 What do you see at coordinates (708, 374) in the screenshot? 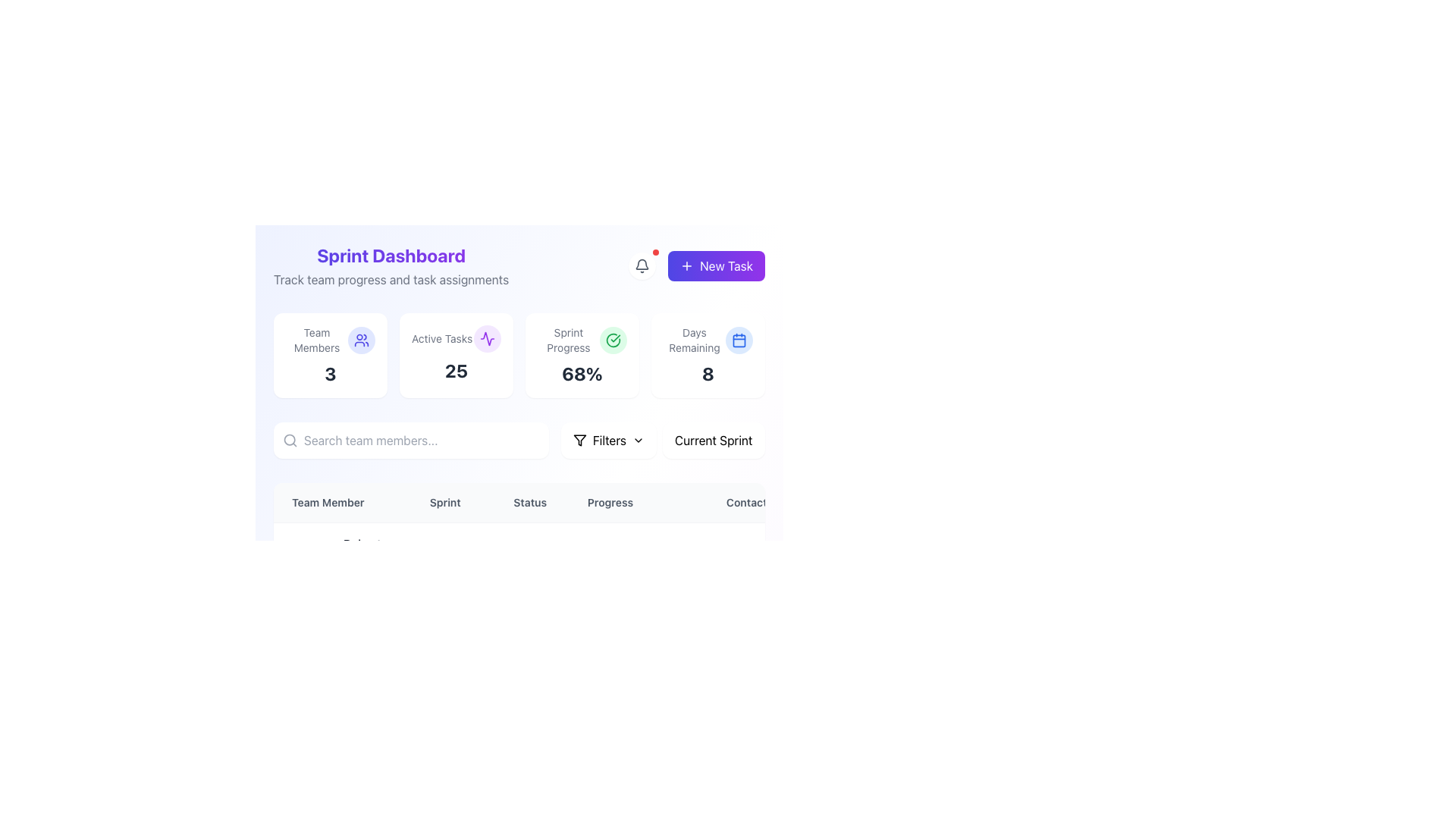
I see `the bold numeral '8' displayed in a large font size and dark gray color, which is positioned at the bottom of the card component indicating 'Days Remaining'` at bounding box center [708, 374].